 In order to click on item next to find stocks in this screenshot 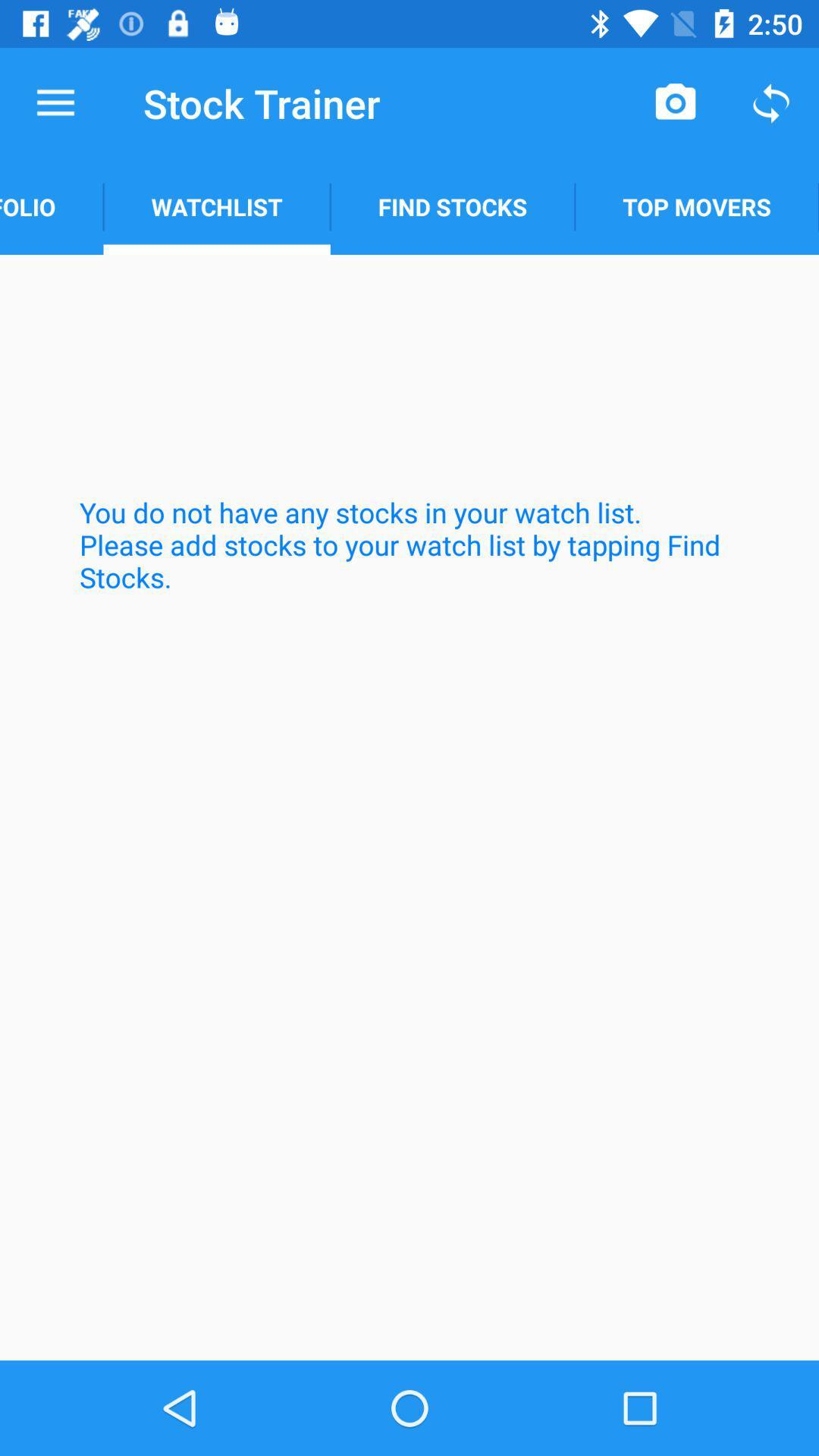, I will do `click(697, 206)`.